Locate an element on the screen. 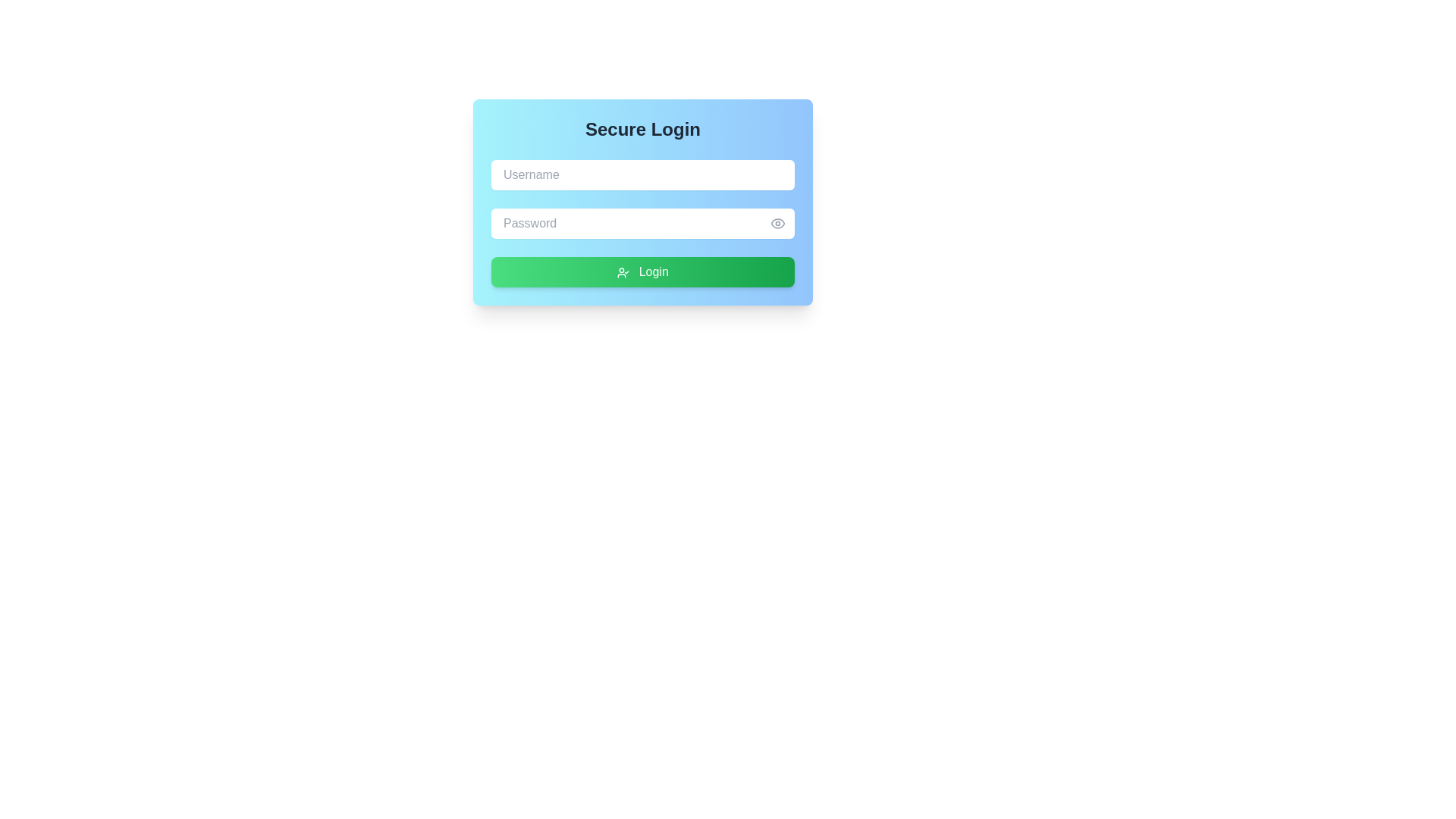 This screenshot has width=1456, height=819. the 'Login' button with a gradient background and white text is located at coordinates (643, 271).